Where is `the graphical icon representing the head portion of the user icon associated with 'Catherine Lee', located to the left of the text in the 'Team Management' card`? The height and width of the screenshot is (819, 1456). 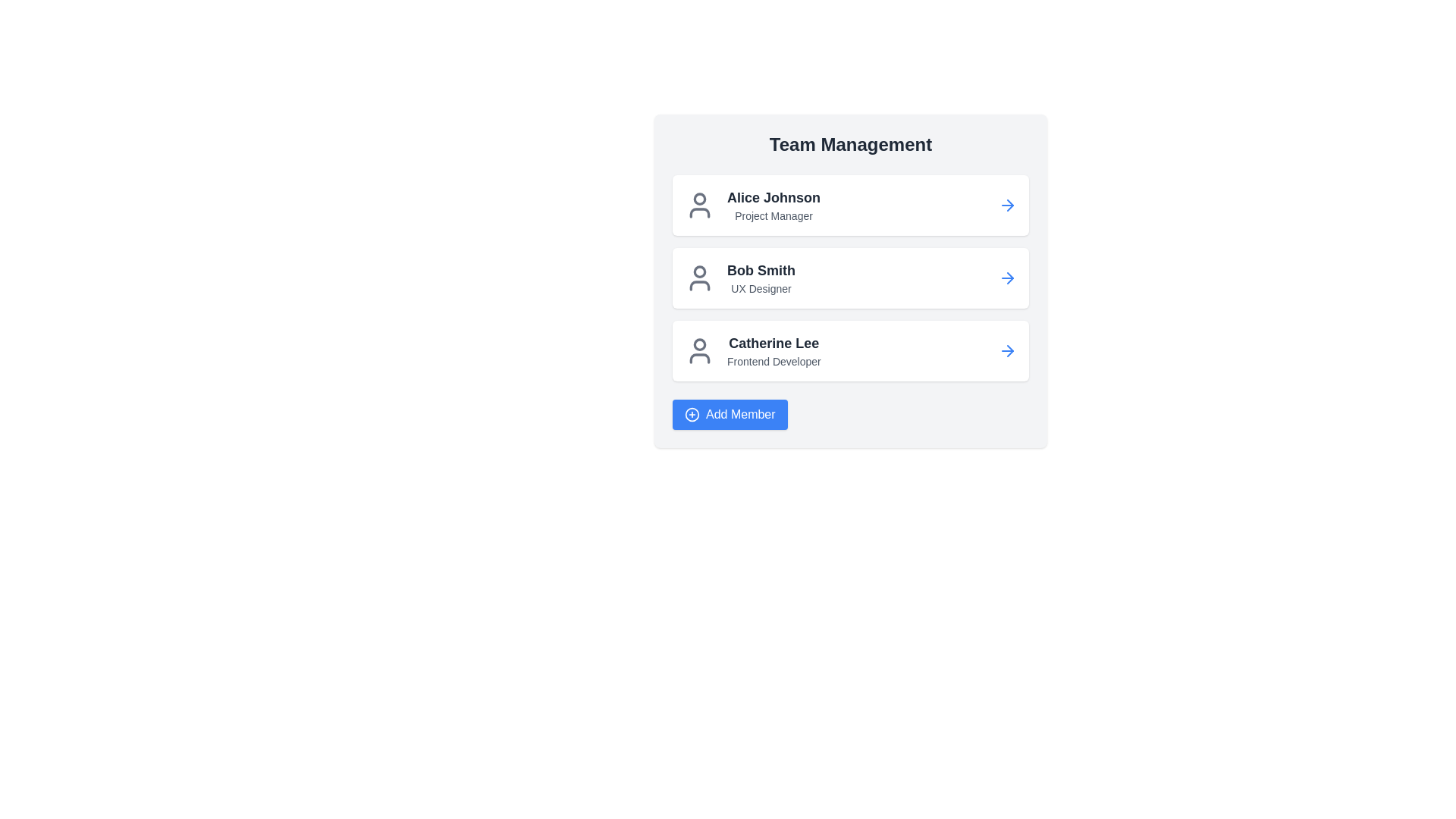
the graphical icon representing the head portion of the user icon associated with 'Catherine Lee', located to the left of the text in the 'Team Management' card is located at coordinates (698, 344).